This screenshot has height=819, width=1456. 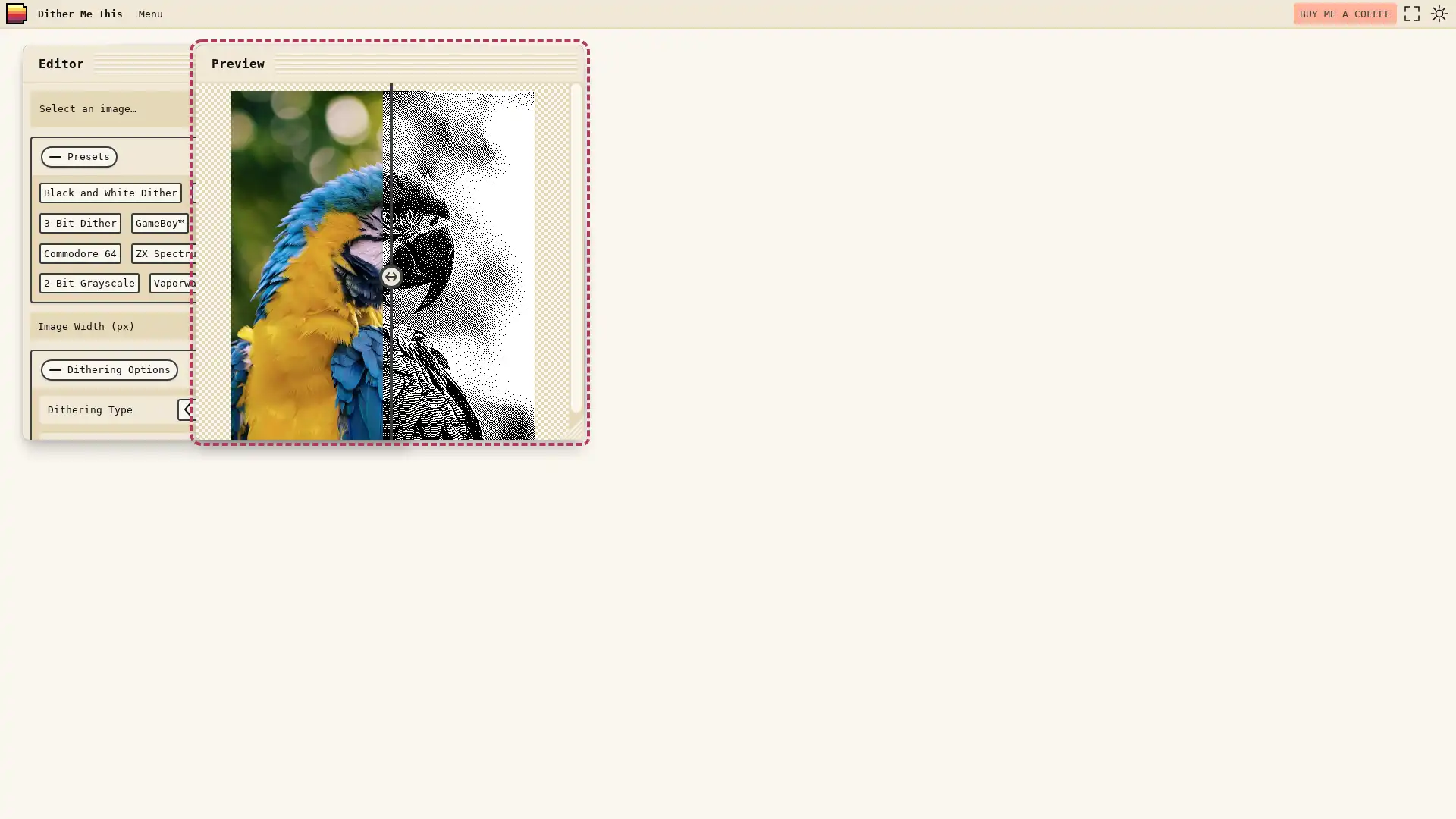 I want to click on GameBoyTM, so click(x=160, y=222).